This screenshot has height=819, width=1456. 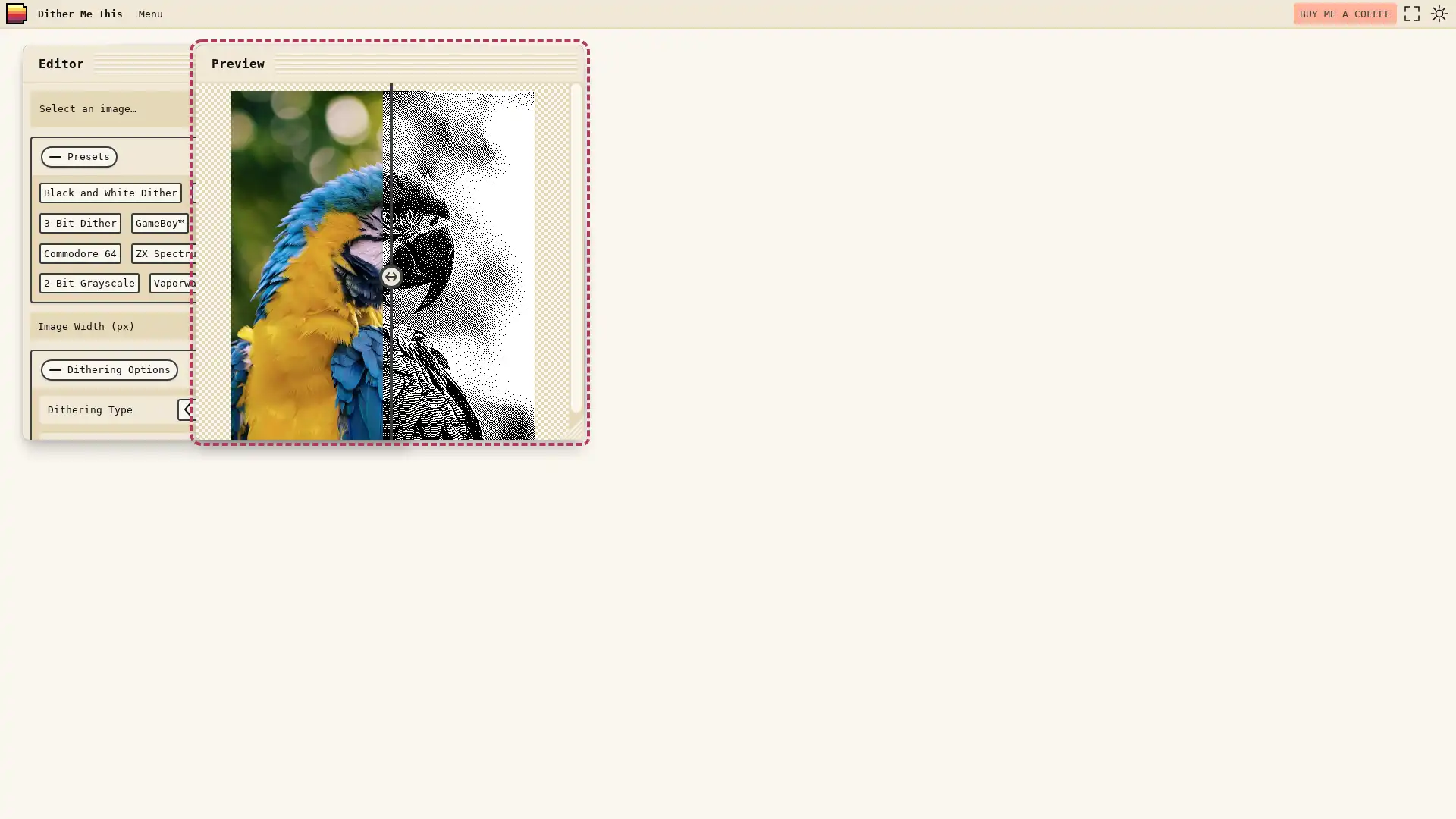 I want to click on GameBoyTM, so click(x=160, y=222).